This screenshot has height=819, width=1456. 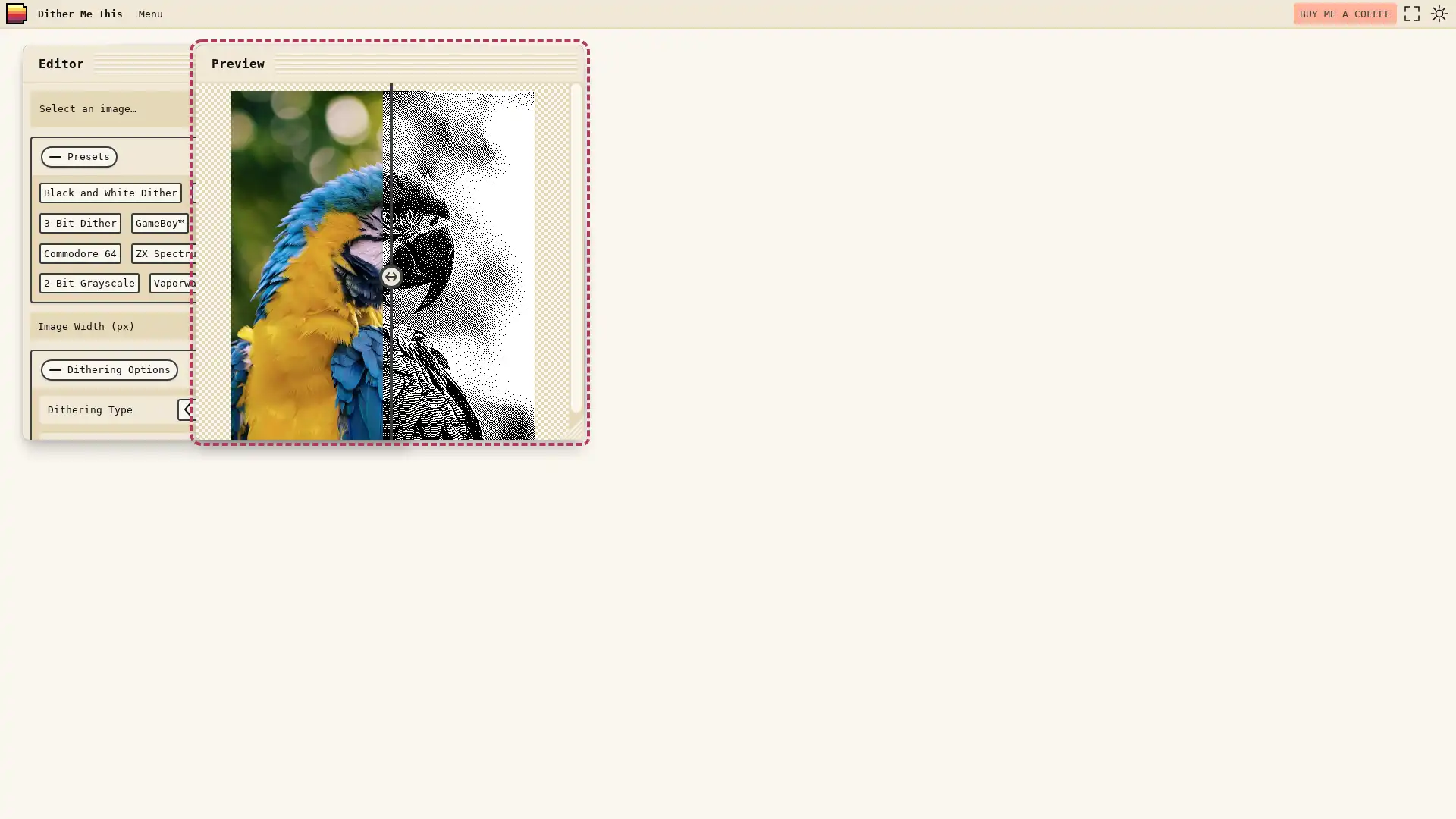 I want to click on GameBoyTM, so click(x=160, y=222).